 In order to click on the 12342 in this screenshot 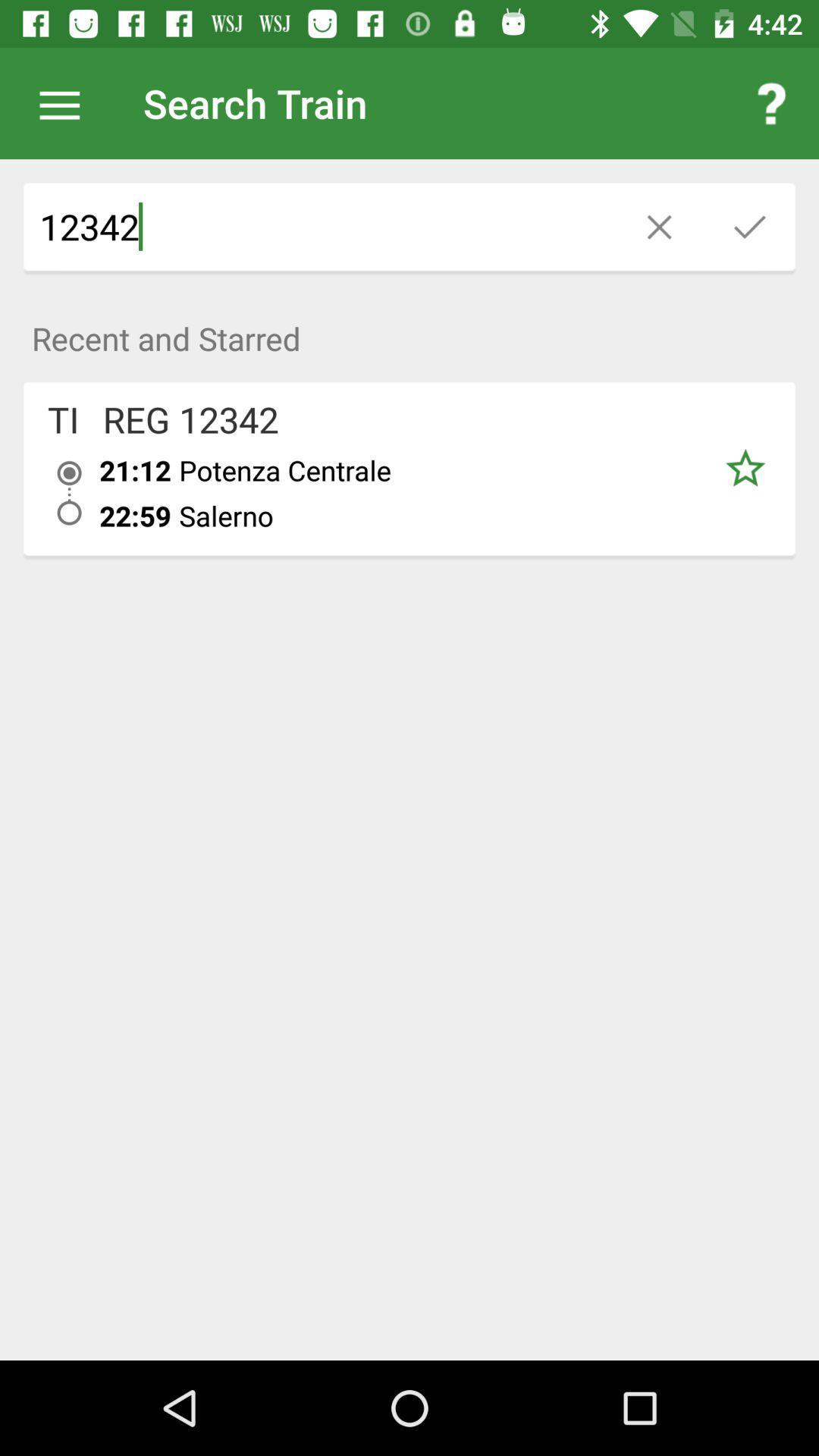, I will do `click(318, 226)`.